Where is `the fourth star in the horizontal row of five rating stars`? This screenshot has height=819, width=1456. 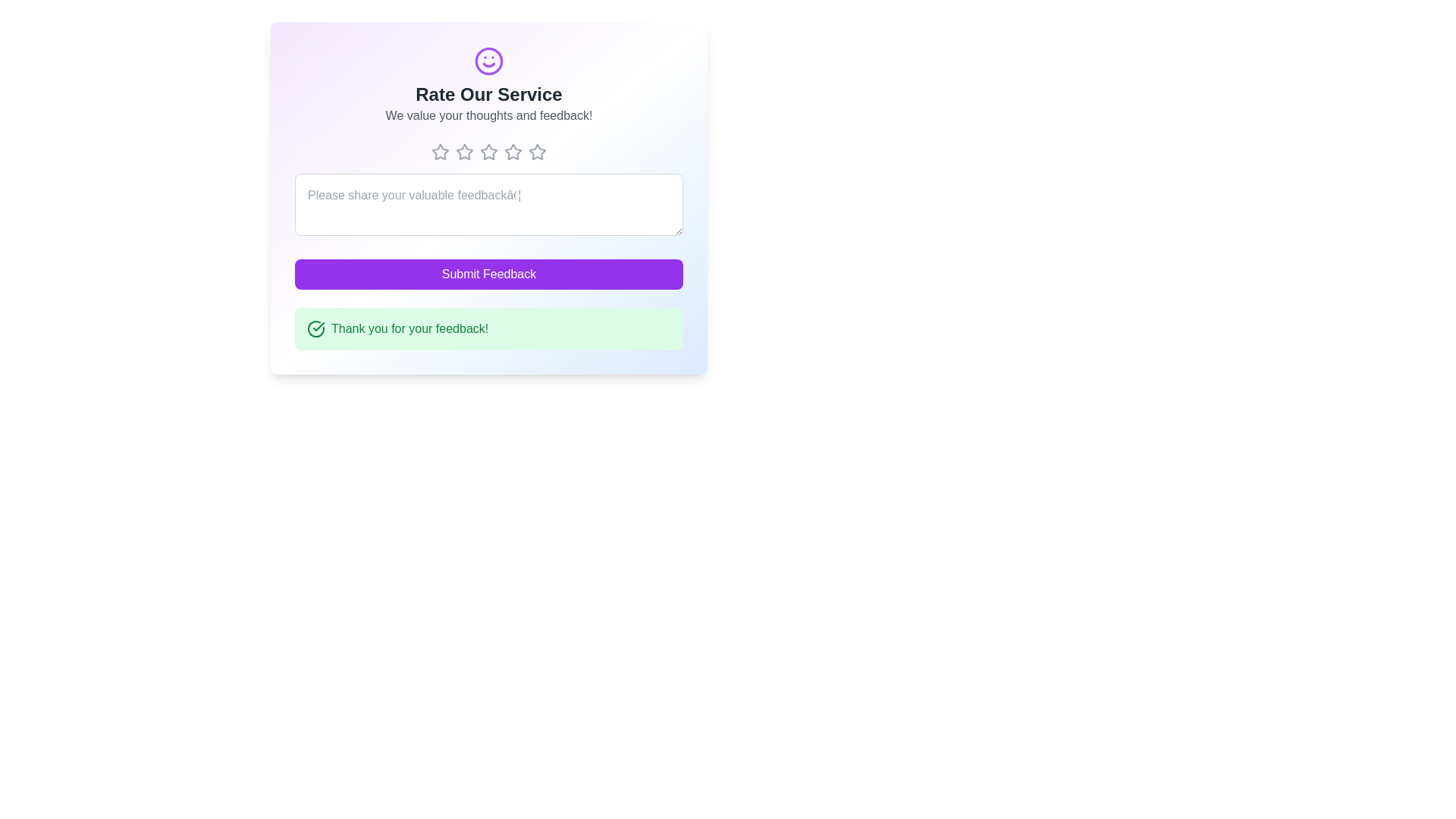
the fourth star in the horizontal row of five rating stars is located at coordinates (513, 152).